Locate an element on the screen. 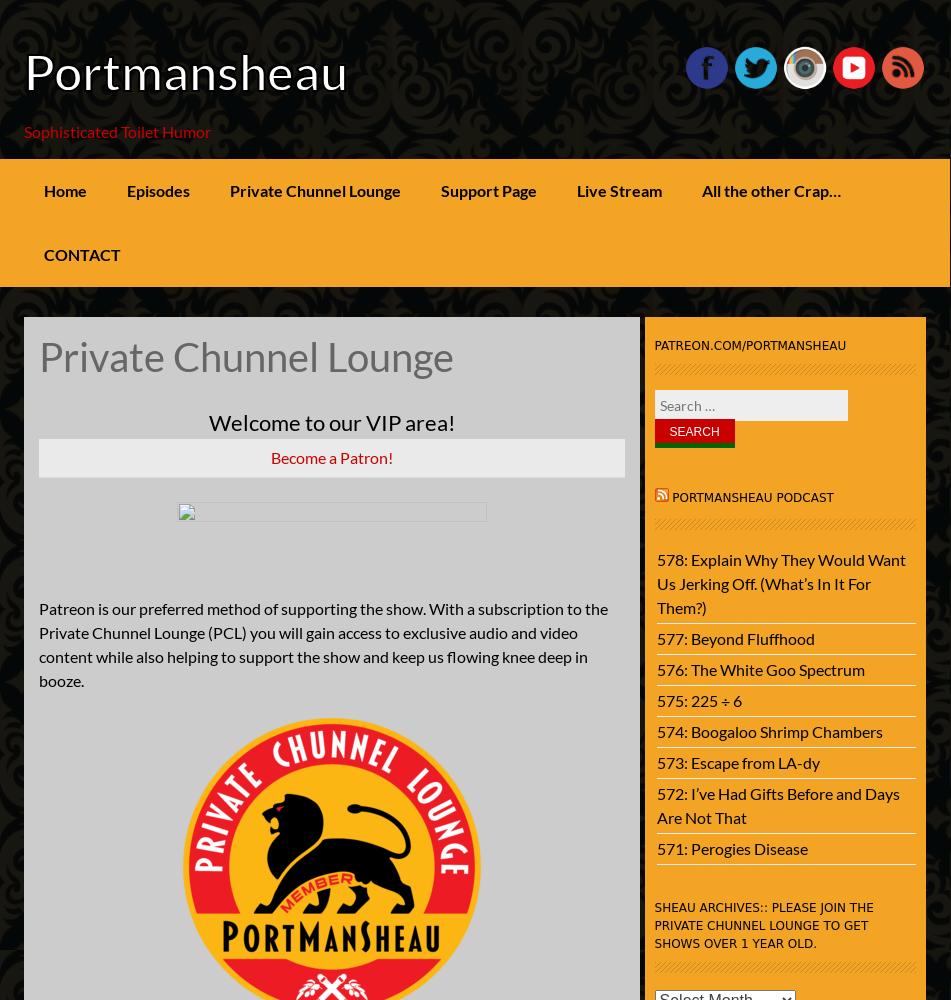  '574: Boogaloo Shrimp Chambers' is located at coordinates (767, 730).